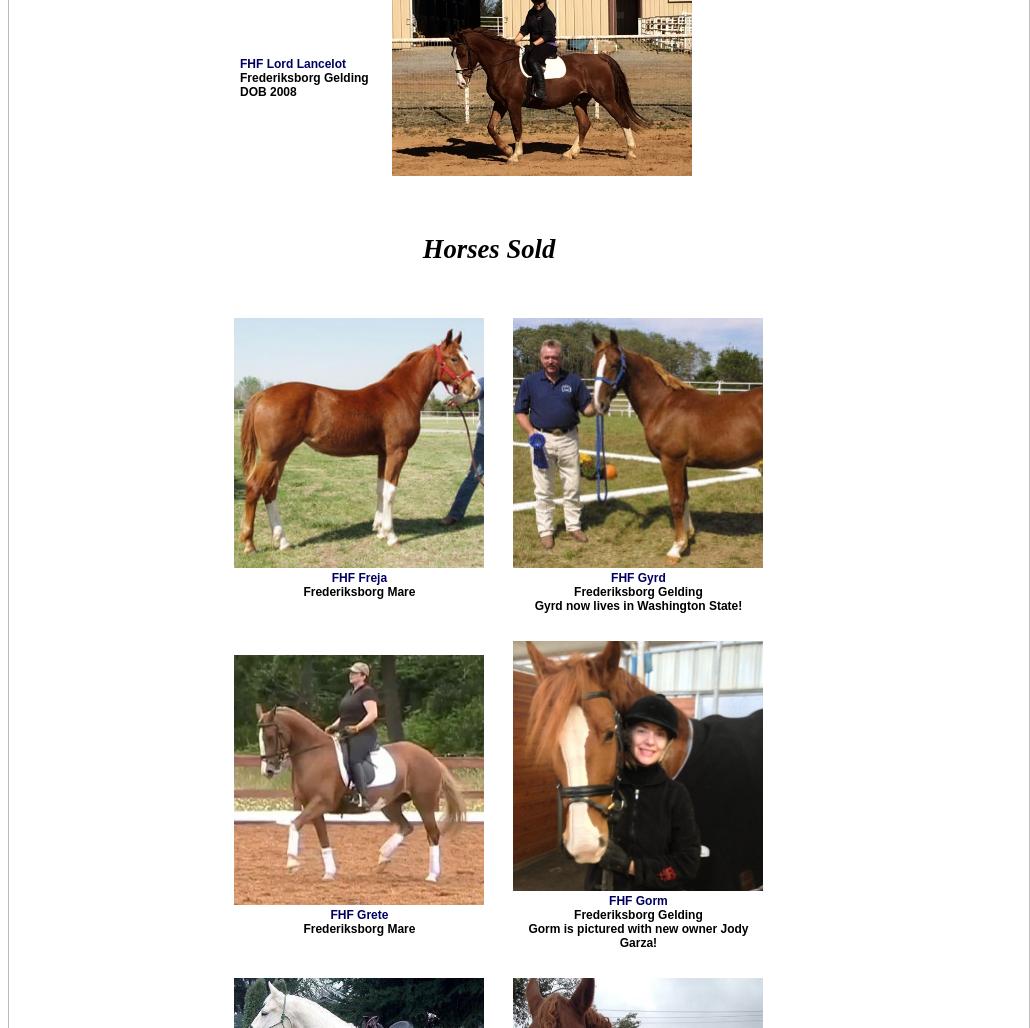 The image size is (1030, 1028). I want to click on 'FHF Gyrd', so click(636, 578).